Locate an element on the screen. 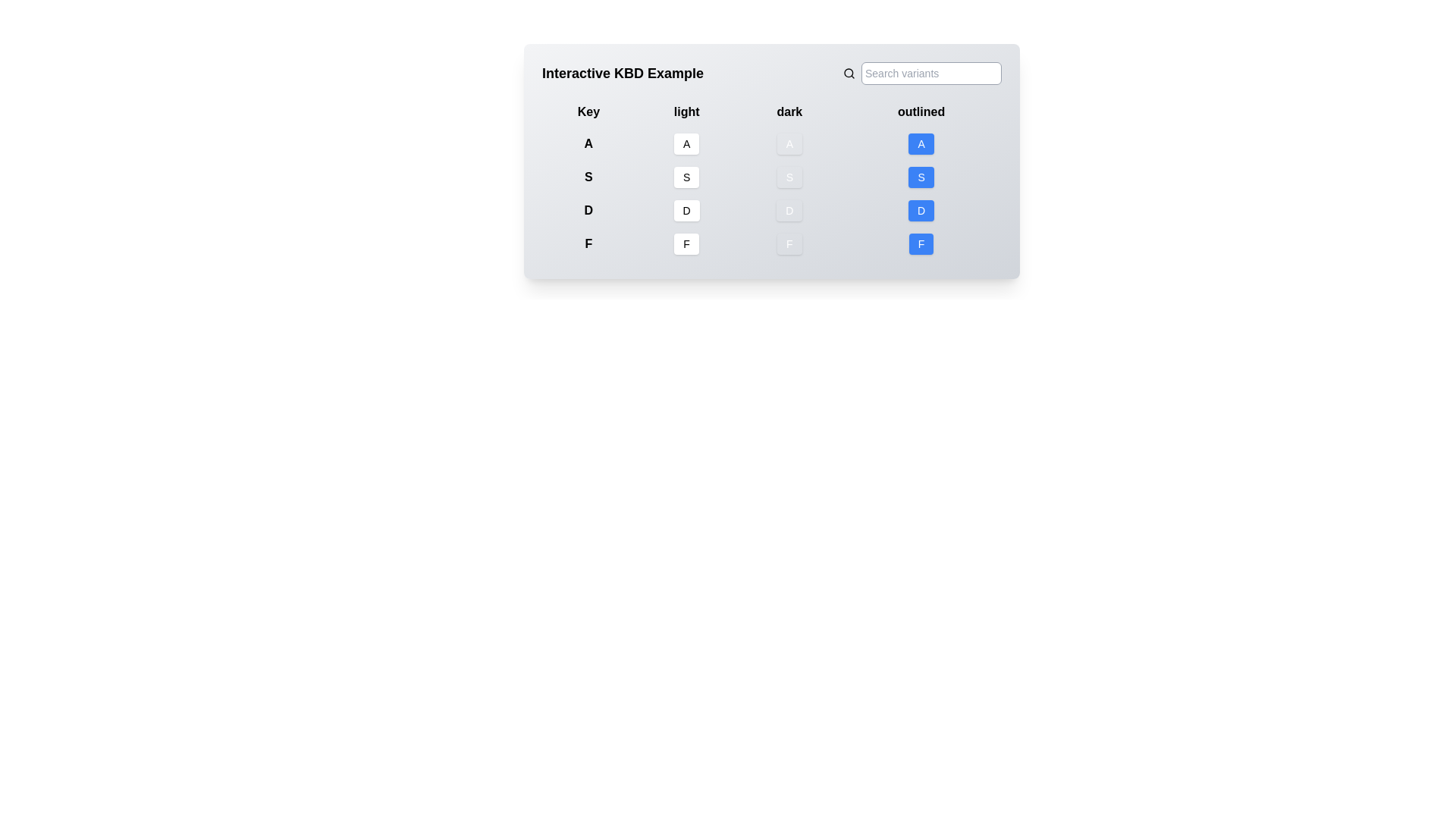 Image resolution: width=1456 pixels, height=819 pixels. the search input field located on the upper-right side of the interface, which is the second element is located at coordinates (930, 73).